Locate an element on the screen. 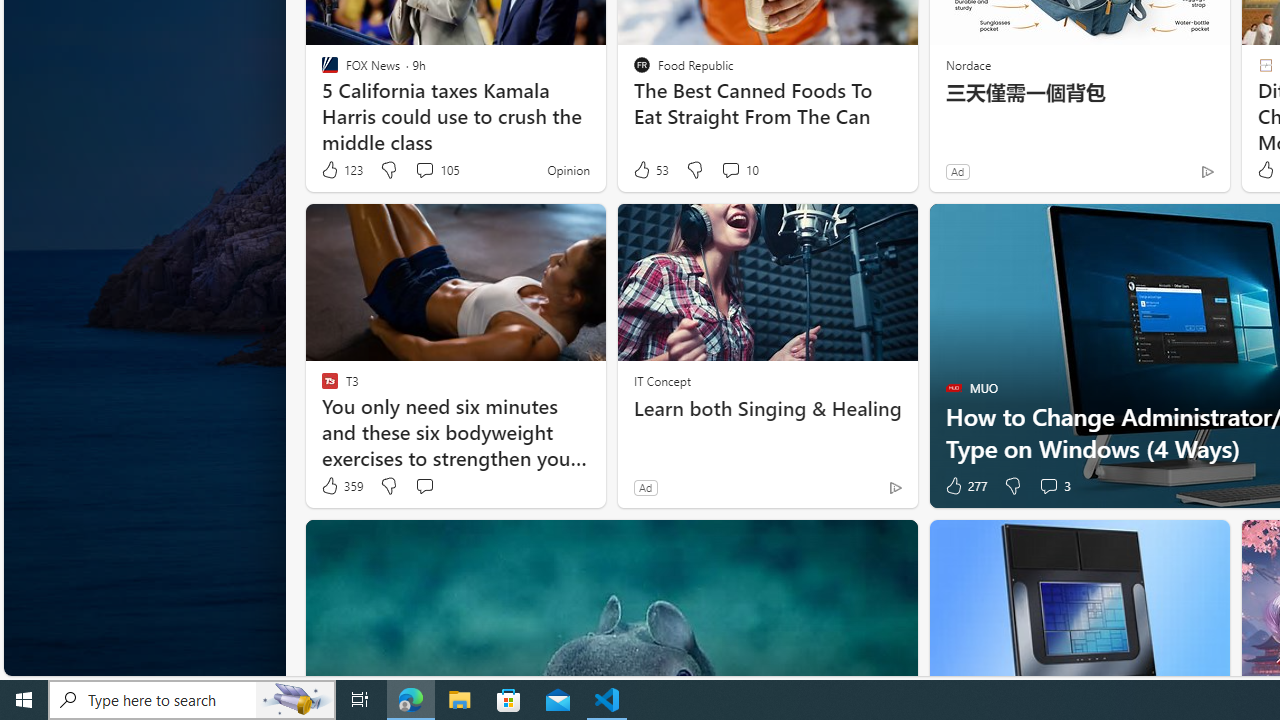  'View comments 105 Comment' is located at coordinates (436, 169).